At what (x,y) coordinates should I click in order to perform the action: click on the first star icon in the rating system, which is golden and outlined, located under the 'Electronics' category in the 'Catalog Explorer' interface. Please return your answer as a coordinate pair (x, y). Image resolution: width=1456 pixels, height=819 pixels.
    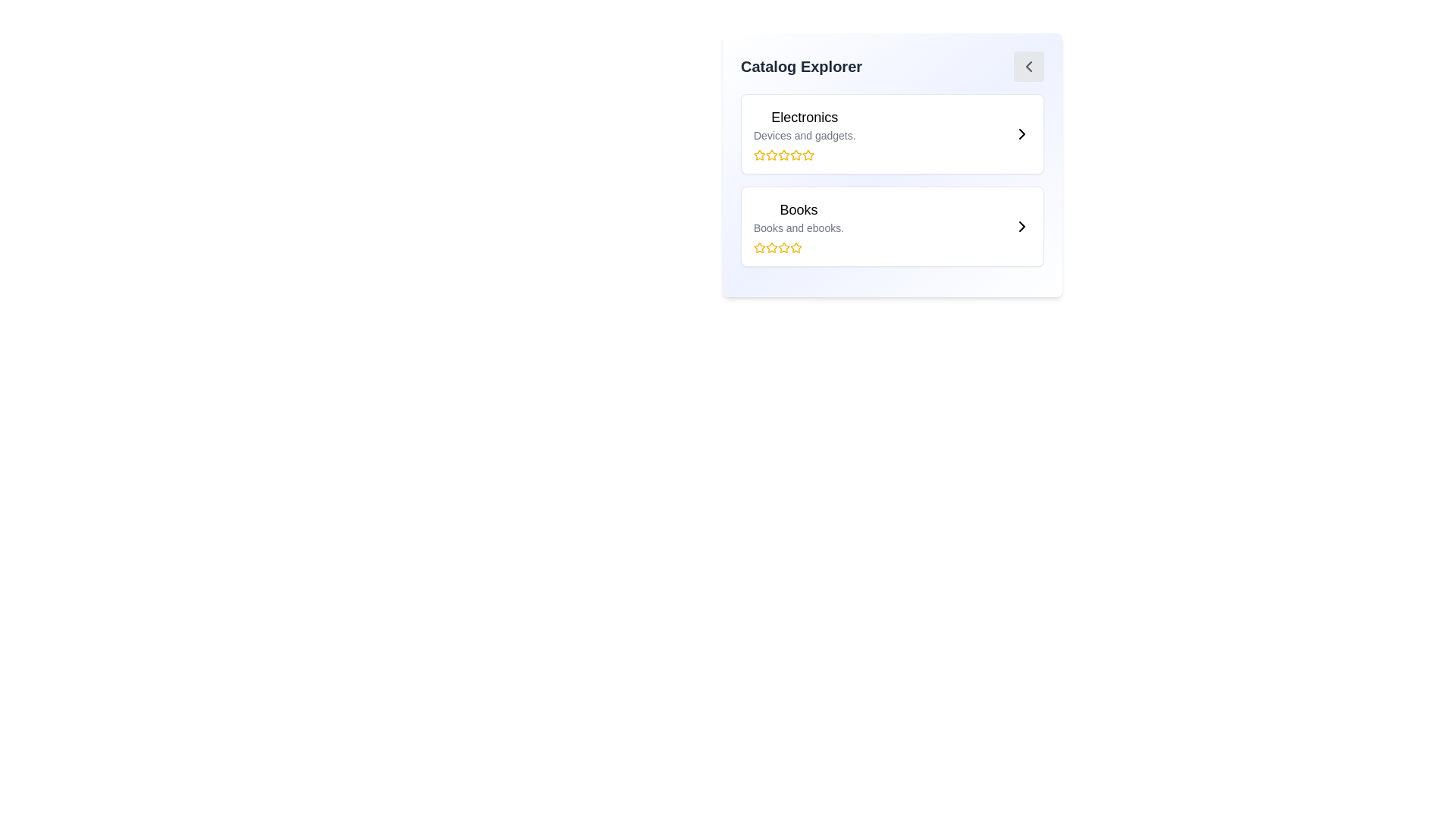
    Looking at the image, I should click on (760, 155).